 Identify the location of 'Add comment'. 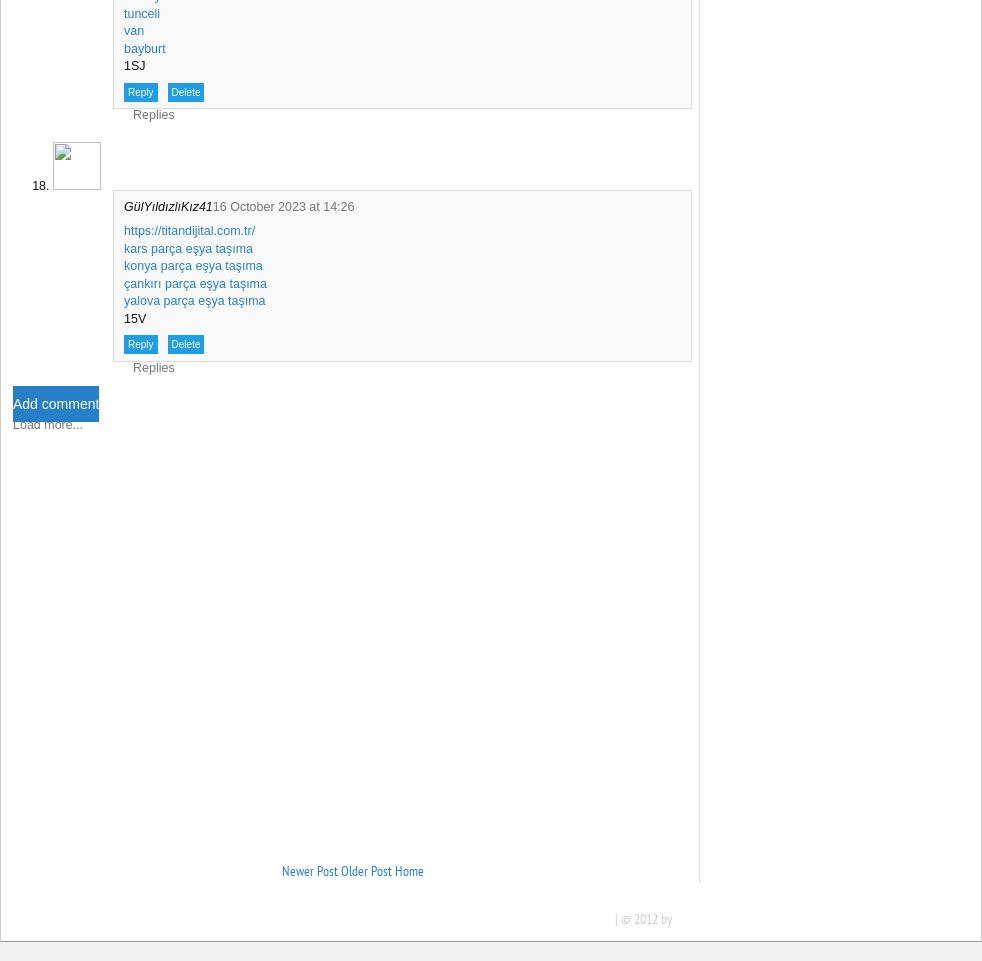
(54, 404).